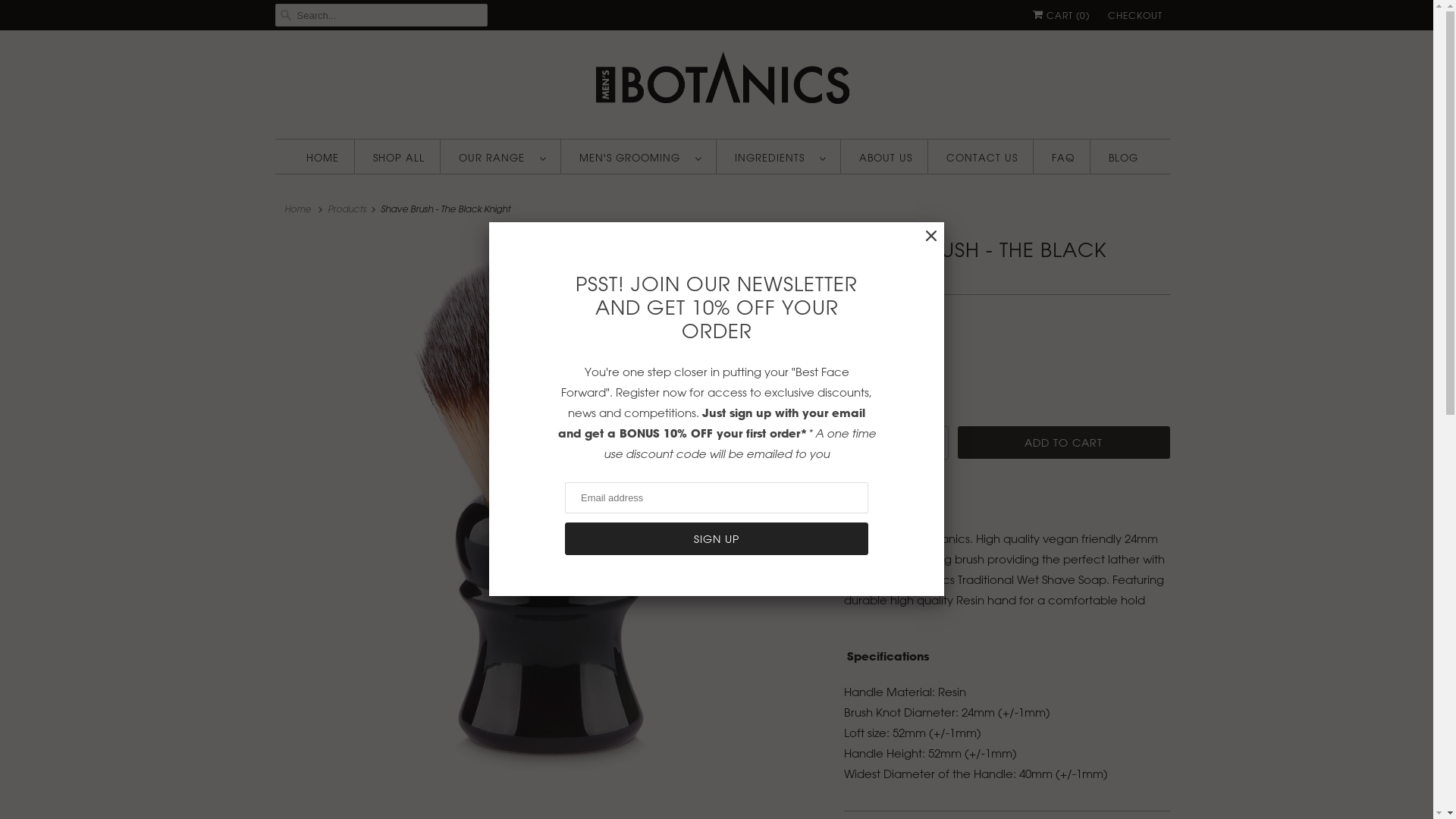  I want to click on 'Sign Up', so click(716, 538).